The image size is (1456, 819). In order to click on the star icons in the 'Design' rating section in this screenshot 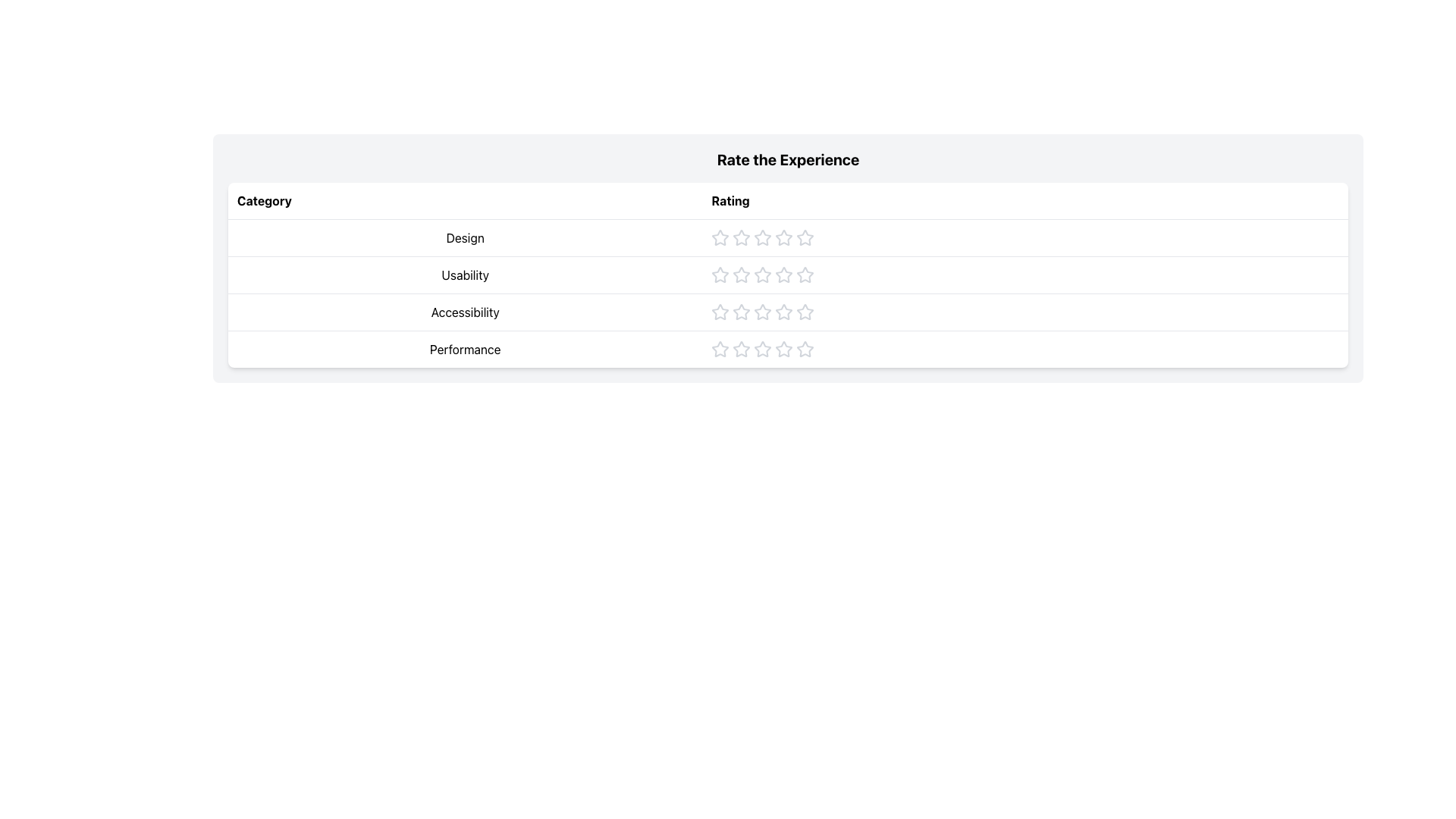, I will do `click(1025, 237)`.